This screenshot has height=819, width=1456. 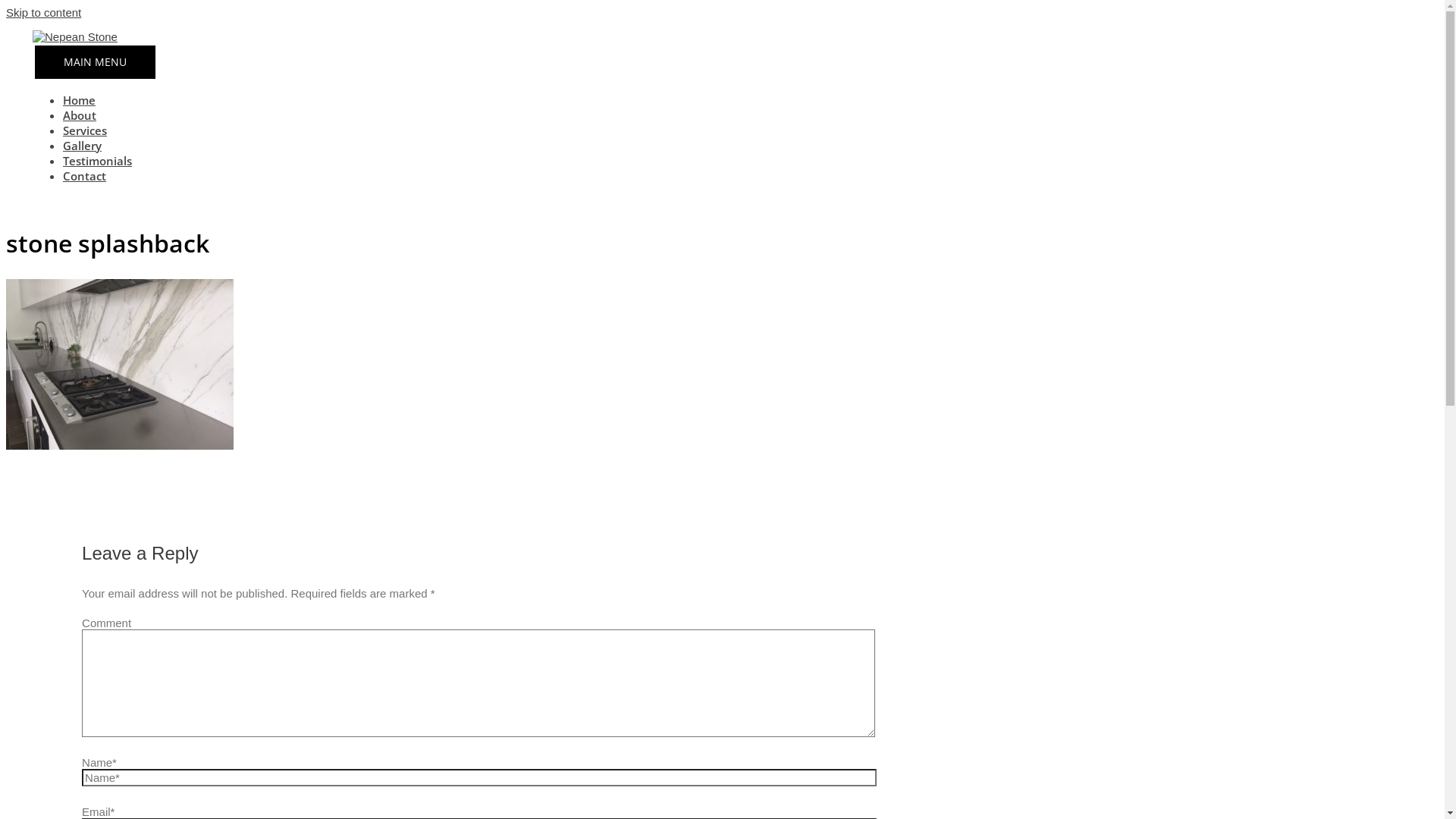 What do you see at coordinates (94, 61) in the screenshot?
I see `'MAIN MENU'` at bounding box center [94, 61].